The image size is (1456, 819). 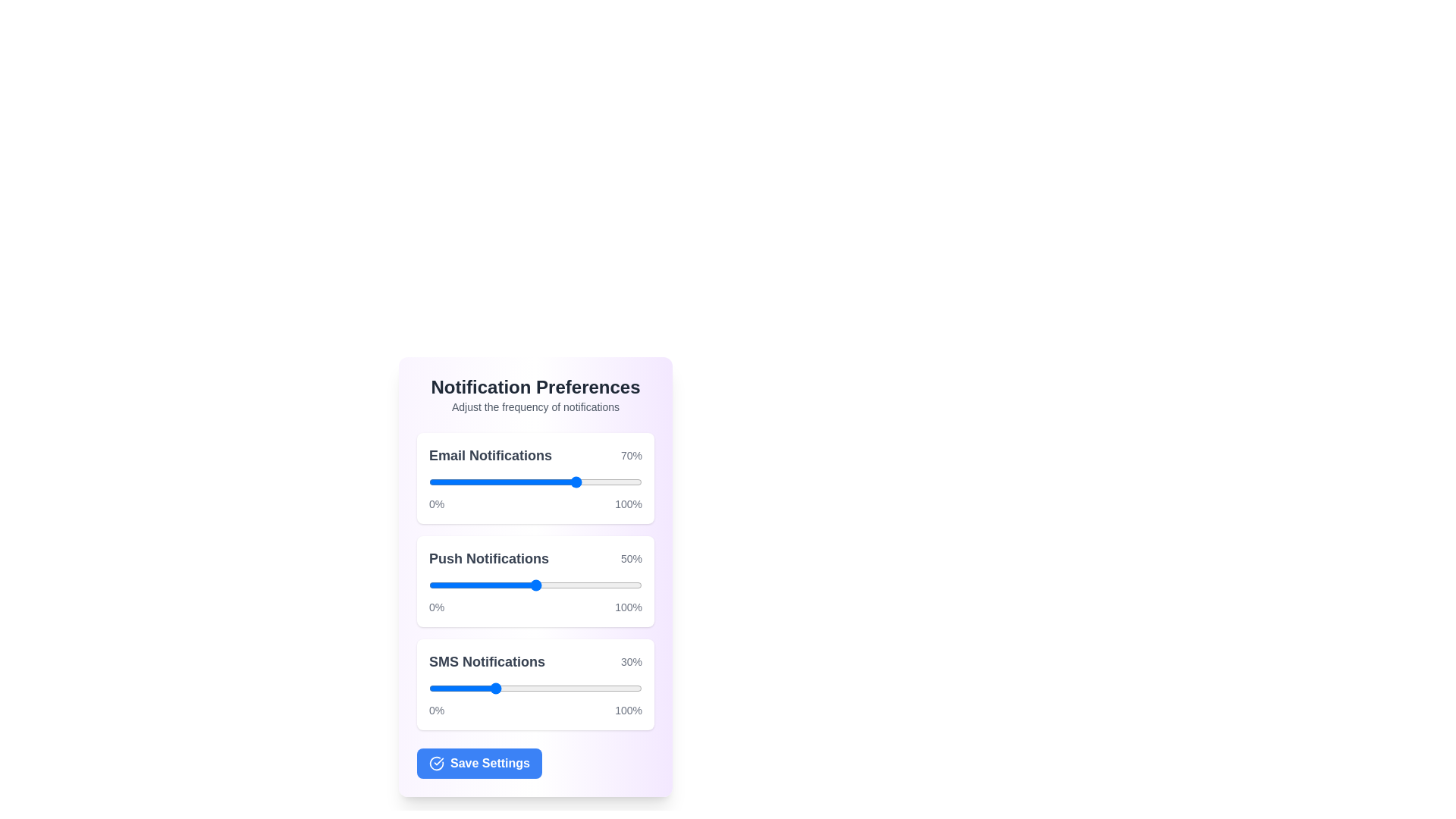 I want to click on the static text label 'Email Notifications' which is displayed in a large, bold, dark gray font, located near the top of the notification settings panel, to the left of the '70%' progress indicator and above the progress bar, so click(x=491, y=455).